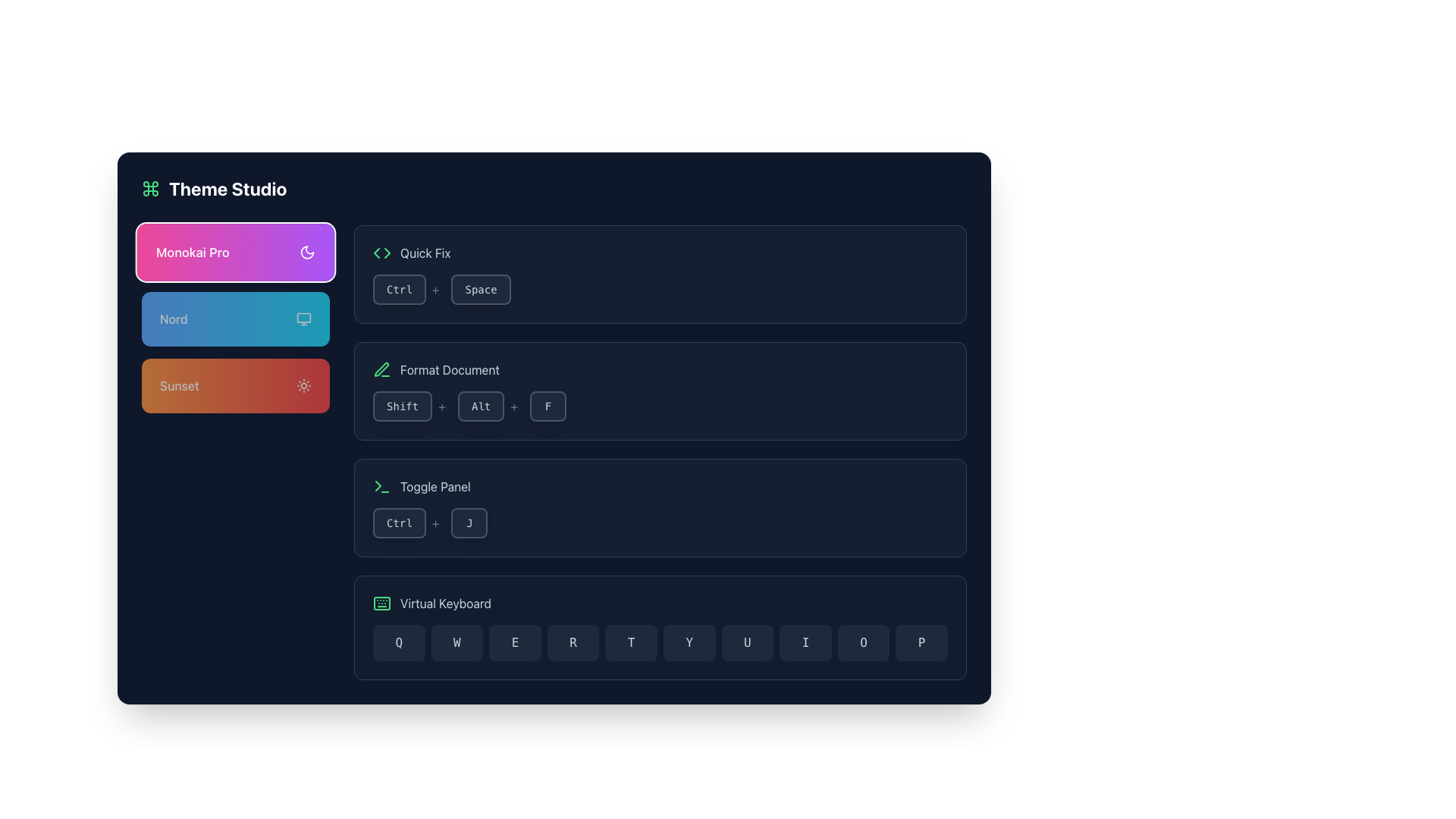 This screenshot has height=819, width=1456. I want to click on the text label that describes the virtual keyboard functionality, which is located to the right of the green keyboard icon in the bottom section of the interface, so click(444, 602).